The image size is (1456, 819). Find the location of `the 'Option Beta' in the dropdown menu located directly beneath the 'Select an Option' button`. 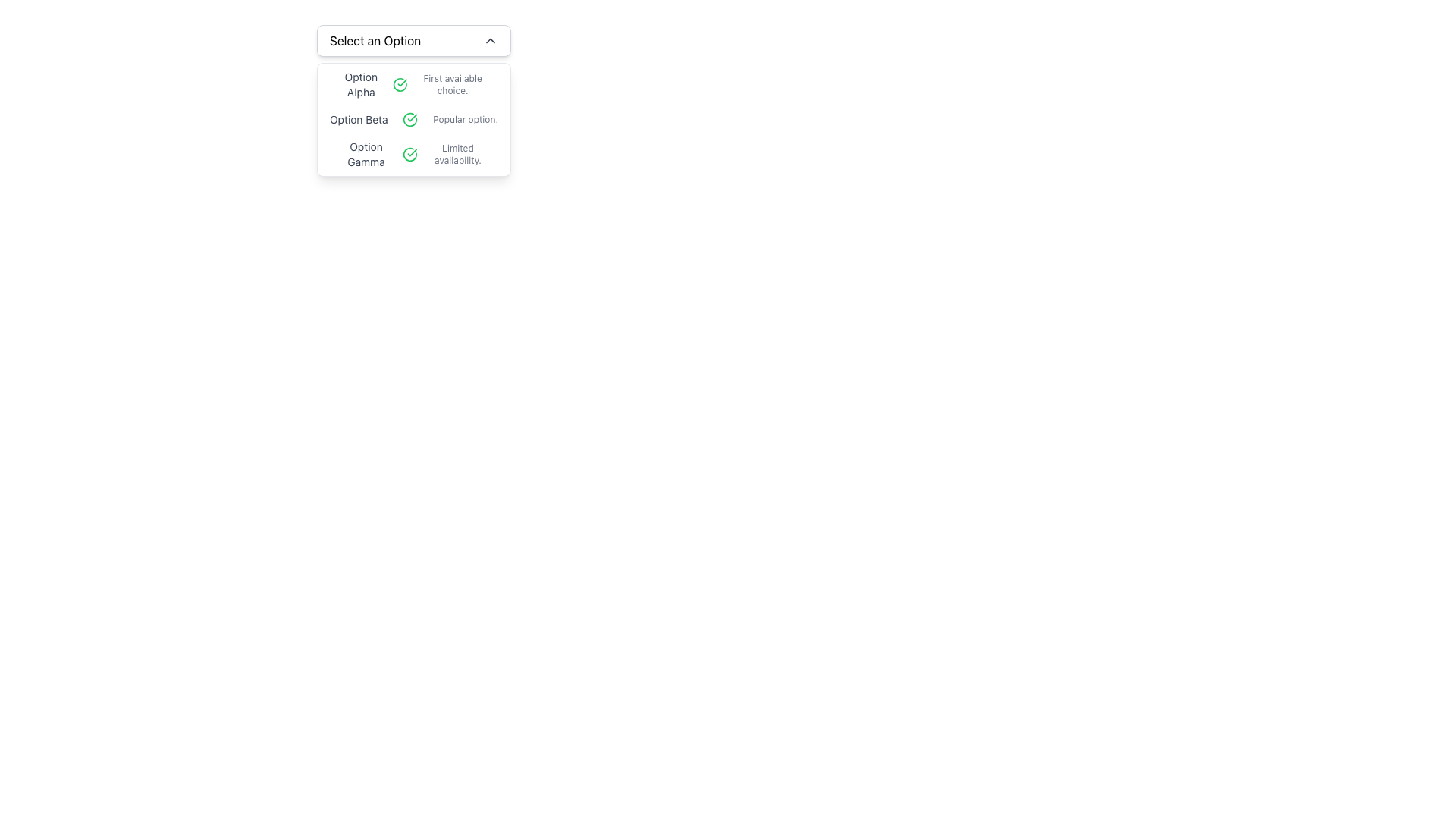

the 'Option Beta' in the dropdown menu located directly beneath the 'Select an Option' button is located at coordinates (414, 119).